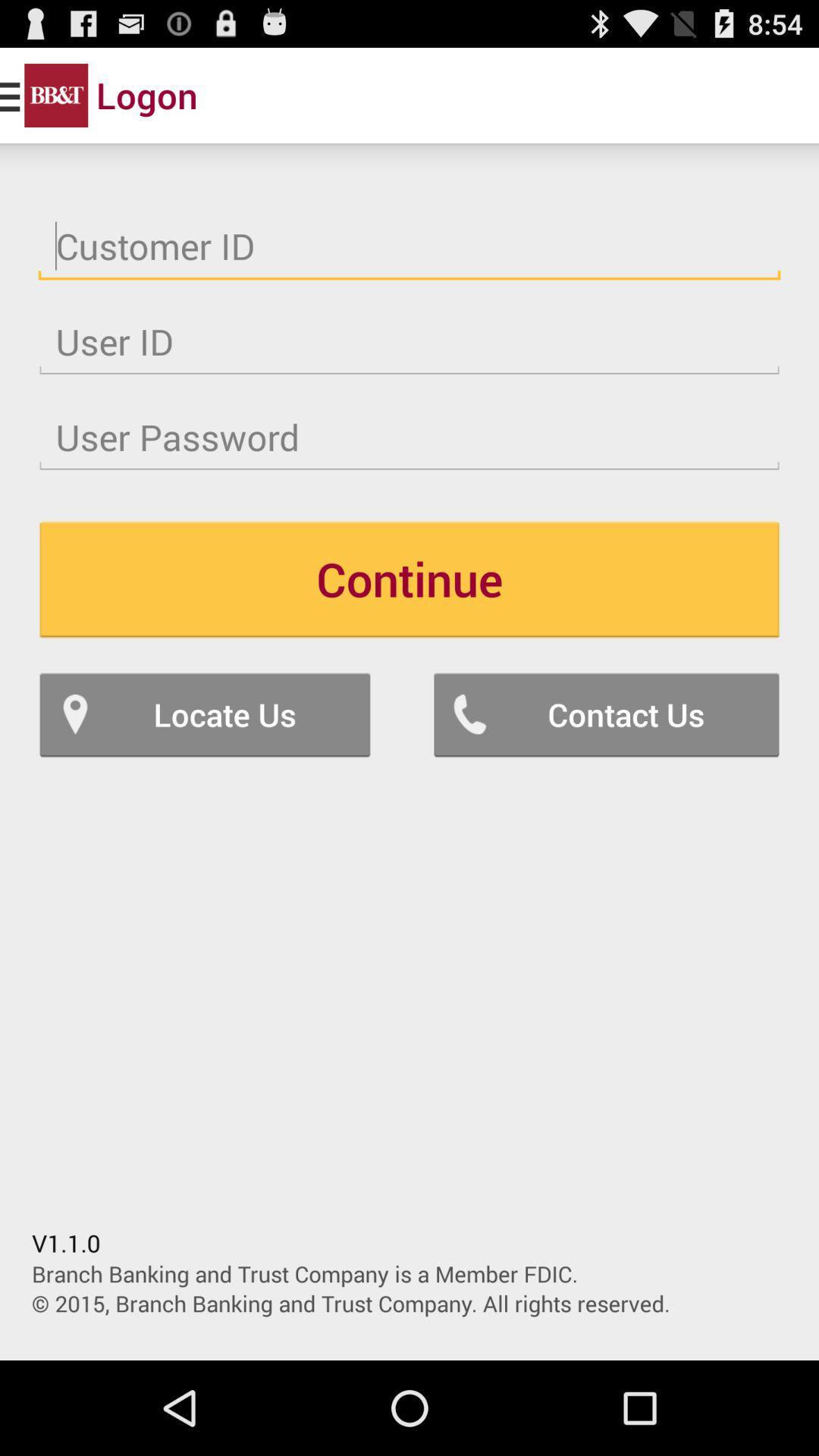  I want to click on icon below continue icon, so click(205, 714).